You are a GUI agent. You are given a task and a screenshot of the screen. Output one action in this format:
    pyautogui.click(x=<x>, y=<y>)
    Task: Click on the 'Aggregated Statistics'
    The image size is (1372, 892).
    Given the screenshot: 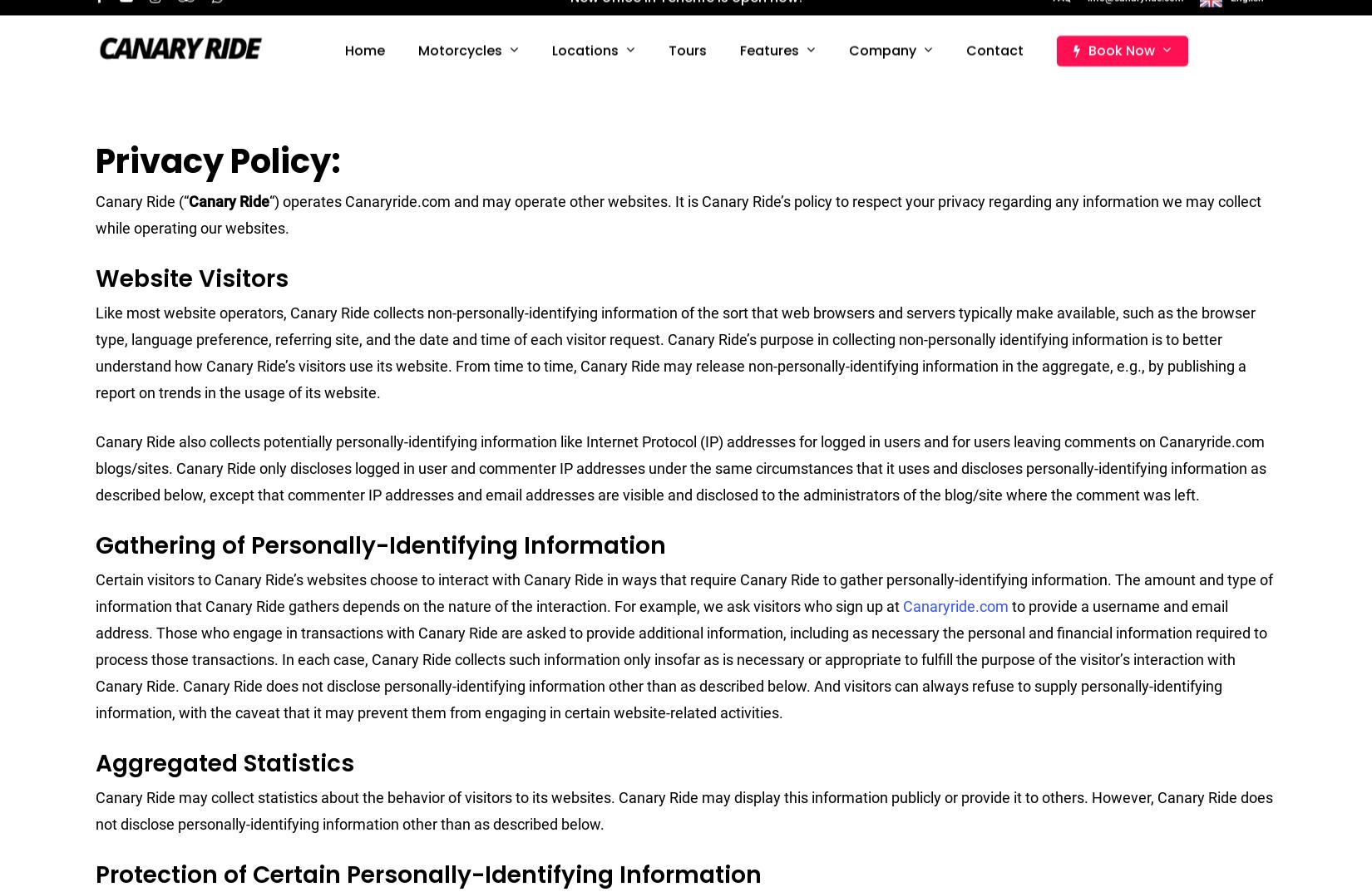 What is the action you would take?
    pyautogui.click(x=225, y=763)
    